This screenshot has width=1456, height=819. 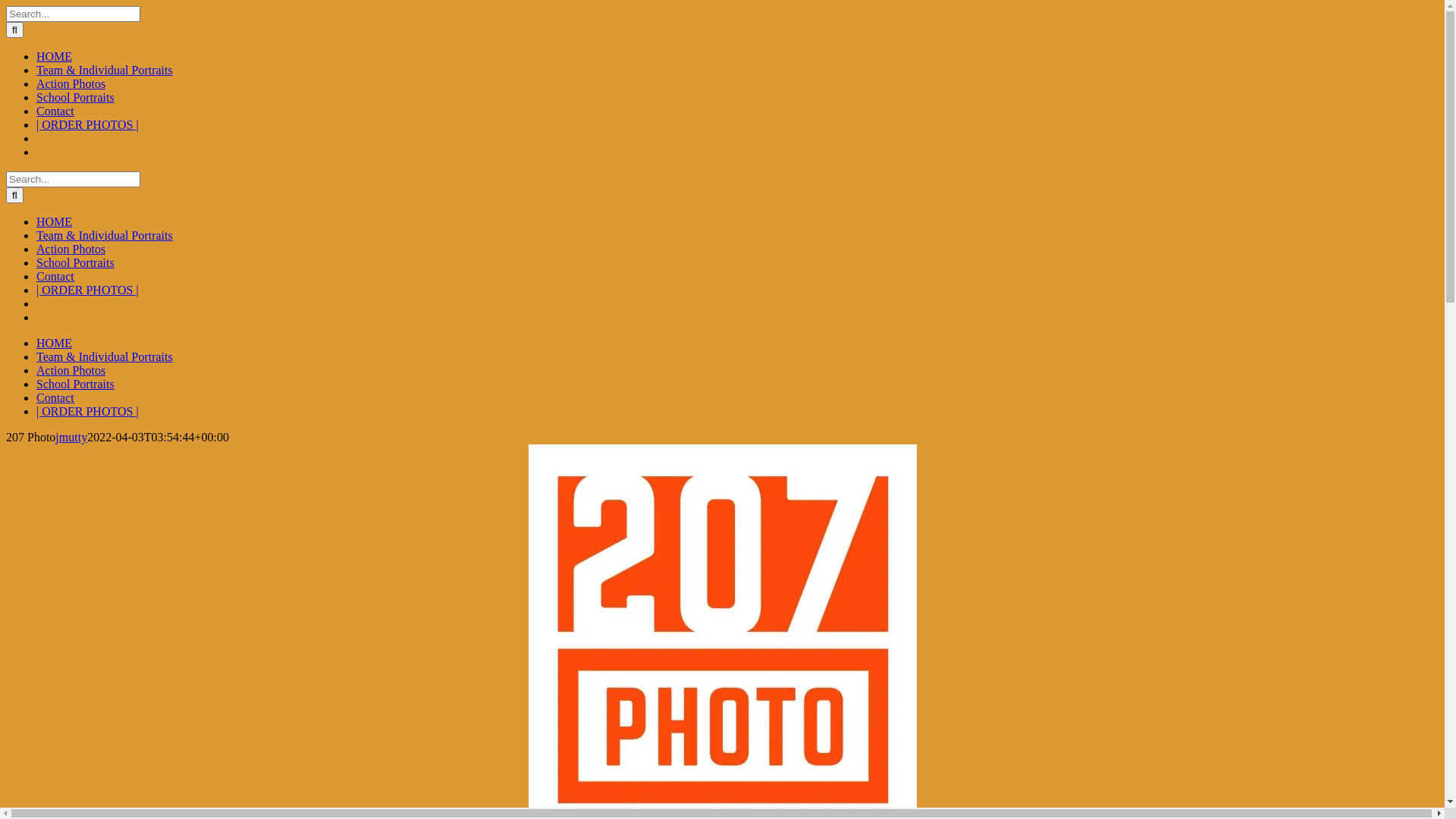 What do you see at coordinates (54, 343) in the screenshot?
I see `'HOME'` at bounding box center [54, 343].